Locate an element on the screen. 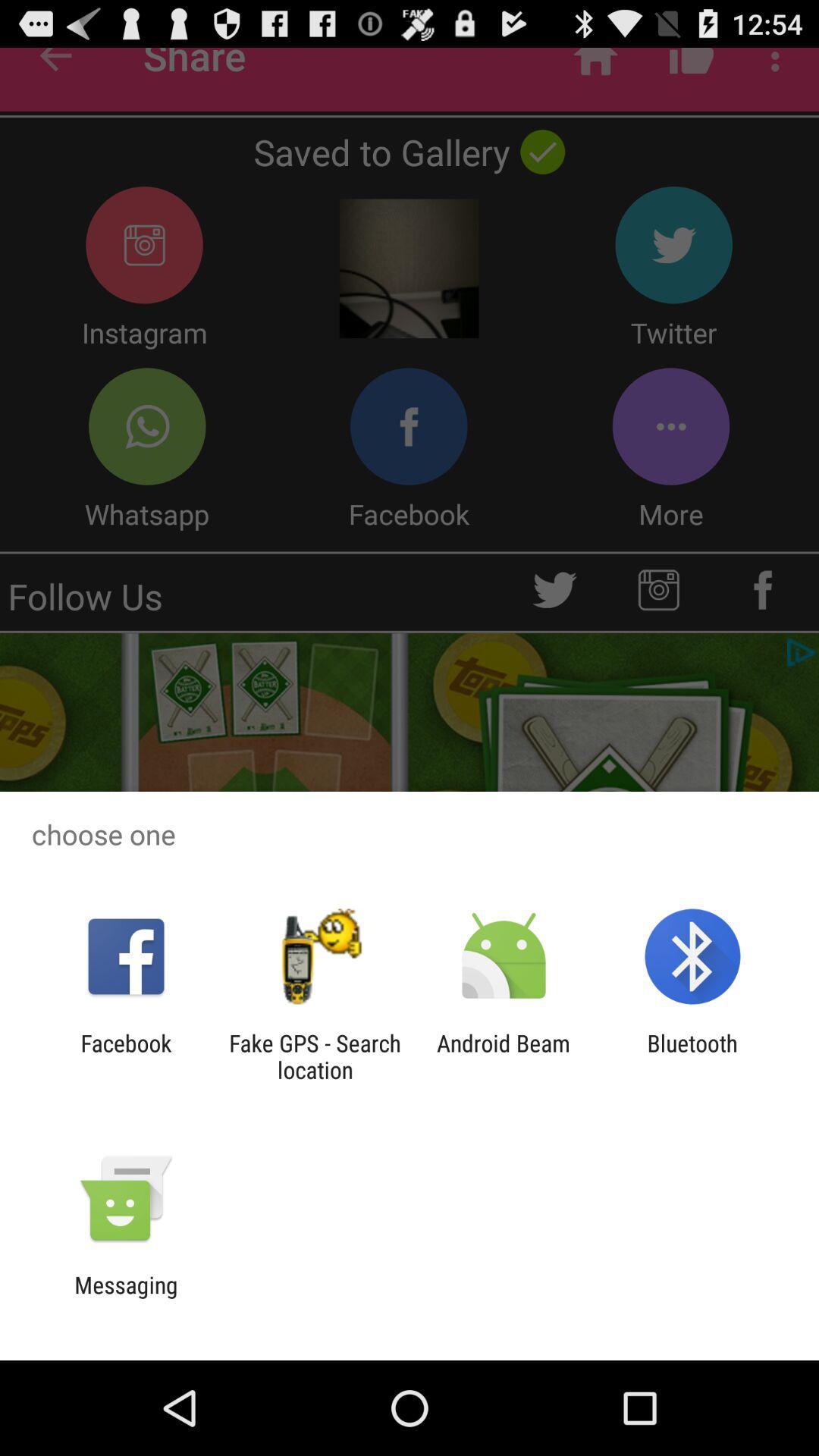 The image size is (819, 1456). the bluetooth item is located at coordinates (692, 1056).